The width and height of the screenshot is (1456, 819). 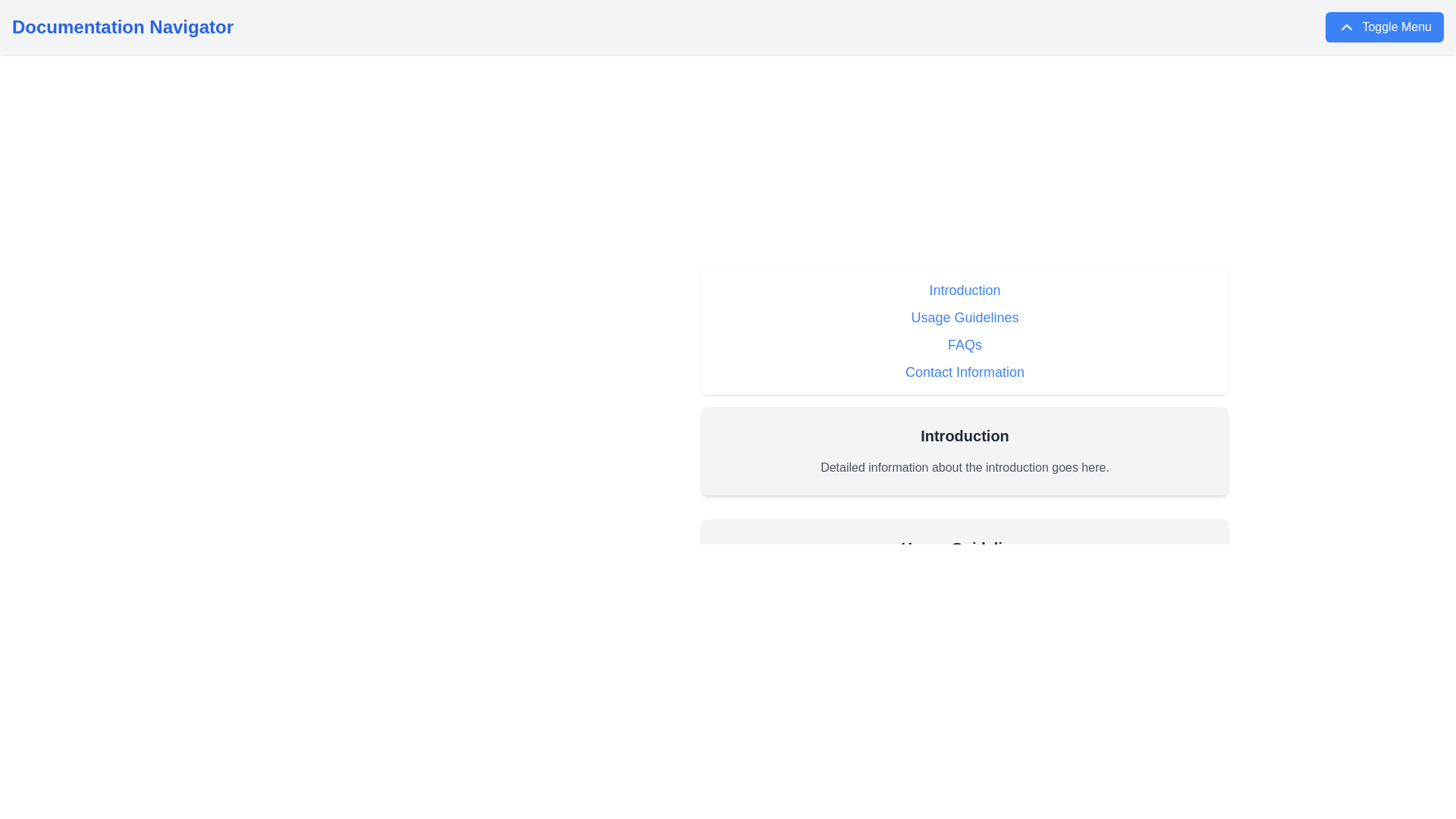 What do you see at coordinates (964, 345) in the screenshot?
I see `the 'FAQs' hyperlink, which is the third link in a vertical list styled with a blue font that changes color and underlines on hover` at bounding box center [964, 345].